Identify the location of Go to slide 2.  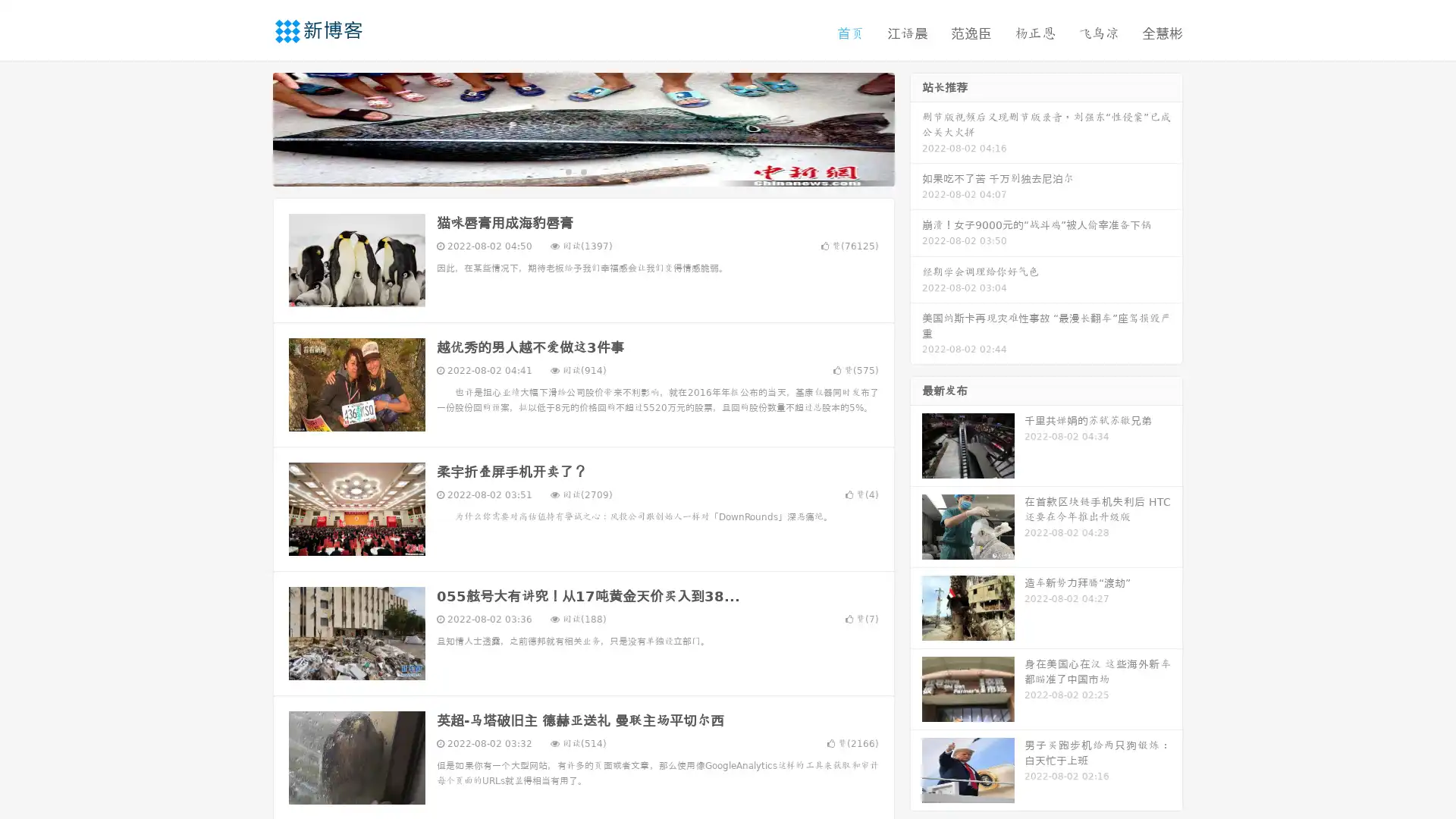
(582, 171).